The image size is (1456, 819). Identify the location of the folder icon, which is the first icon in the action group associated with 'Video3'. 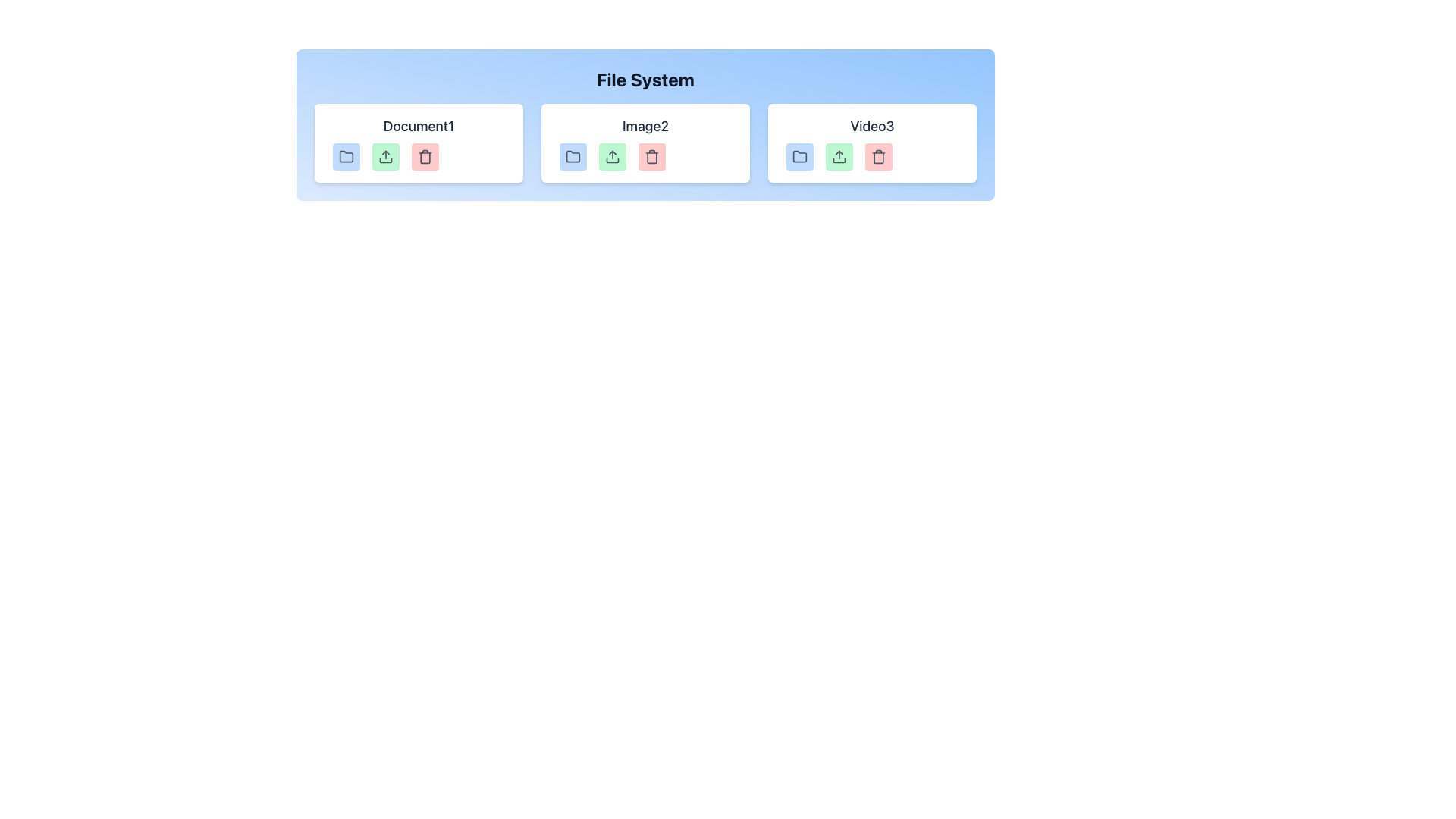
(799, 155).